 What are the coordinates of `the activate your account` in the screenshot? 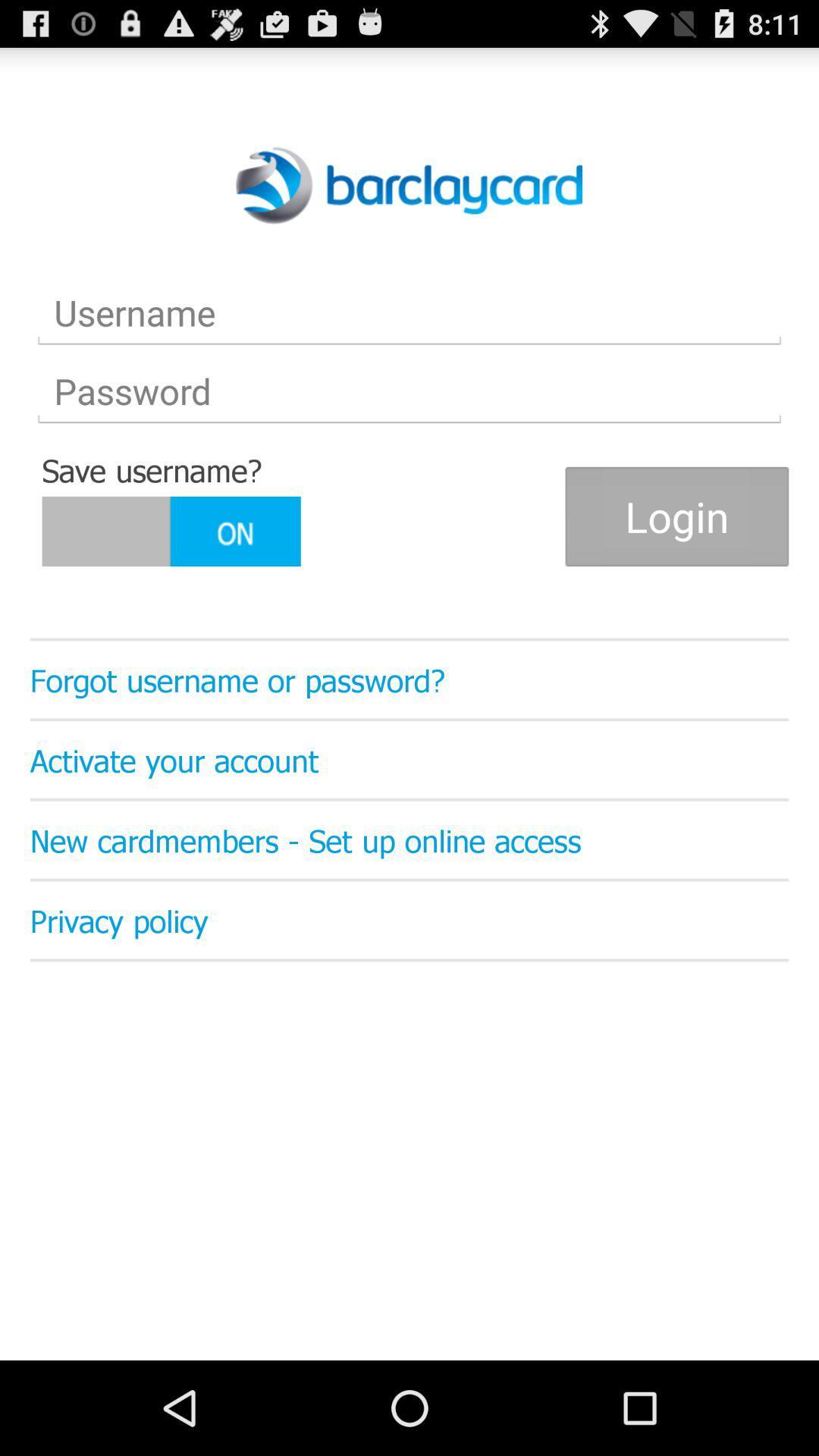 It's located at (409, 760).